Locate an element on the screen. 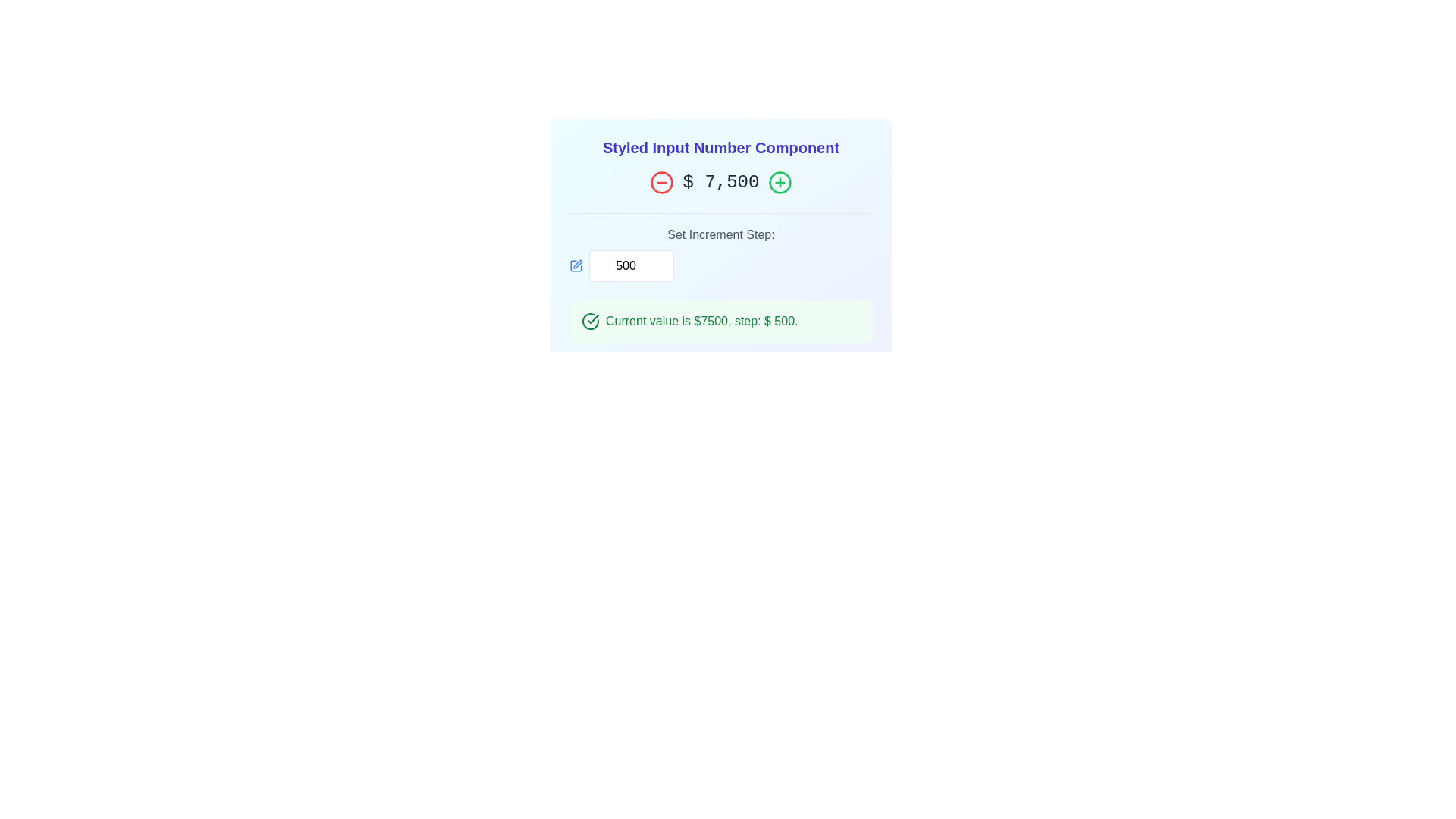 The image size is (1456, 819). the SVG icon representing confirmation or success inside the green success notification box located at the bottom right of the main component is located at coordinates (589, 321).